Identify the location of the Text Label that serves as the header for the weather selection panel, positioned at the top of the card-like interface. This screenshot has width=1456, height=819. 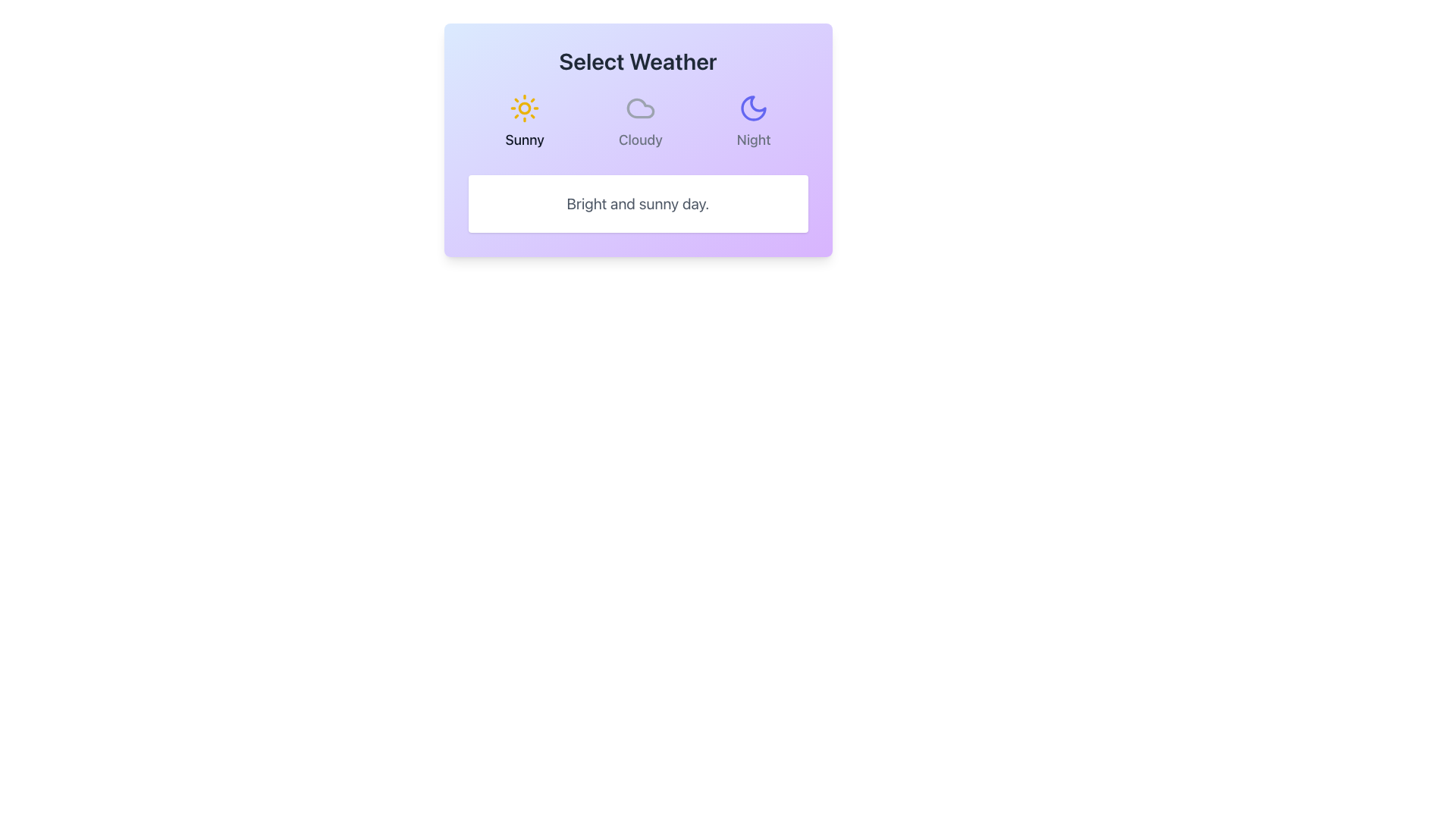
(638, 61).